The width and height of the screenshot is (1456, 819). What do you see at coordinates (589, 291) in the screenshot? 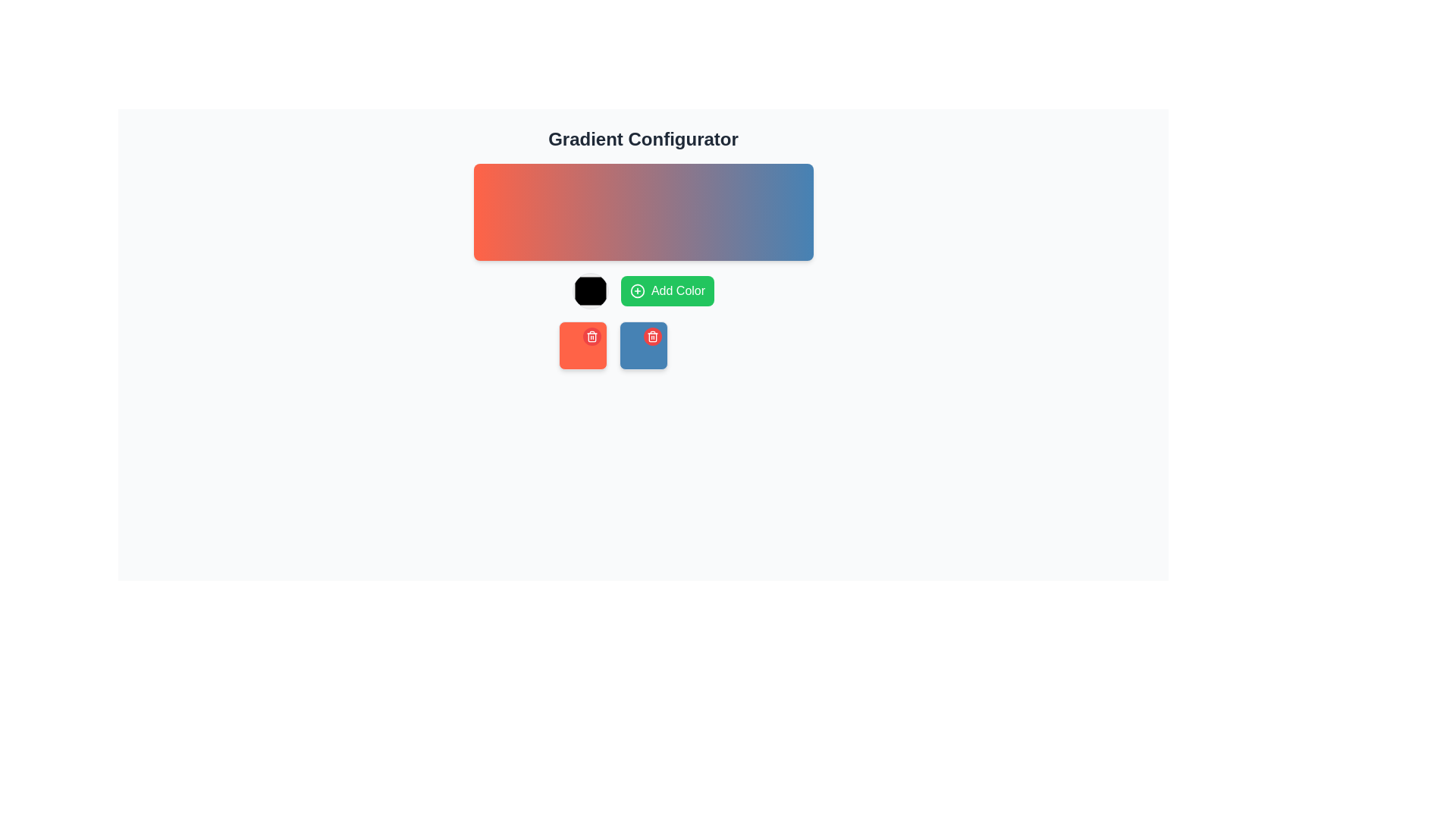
I see `the Color Picker Swatch located slightly below the 'Gradient Configurator' title and gradient bar` at bounding box center [589, 291].